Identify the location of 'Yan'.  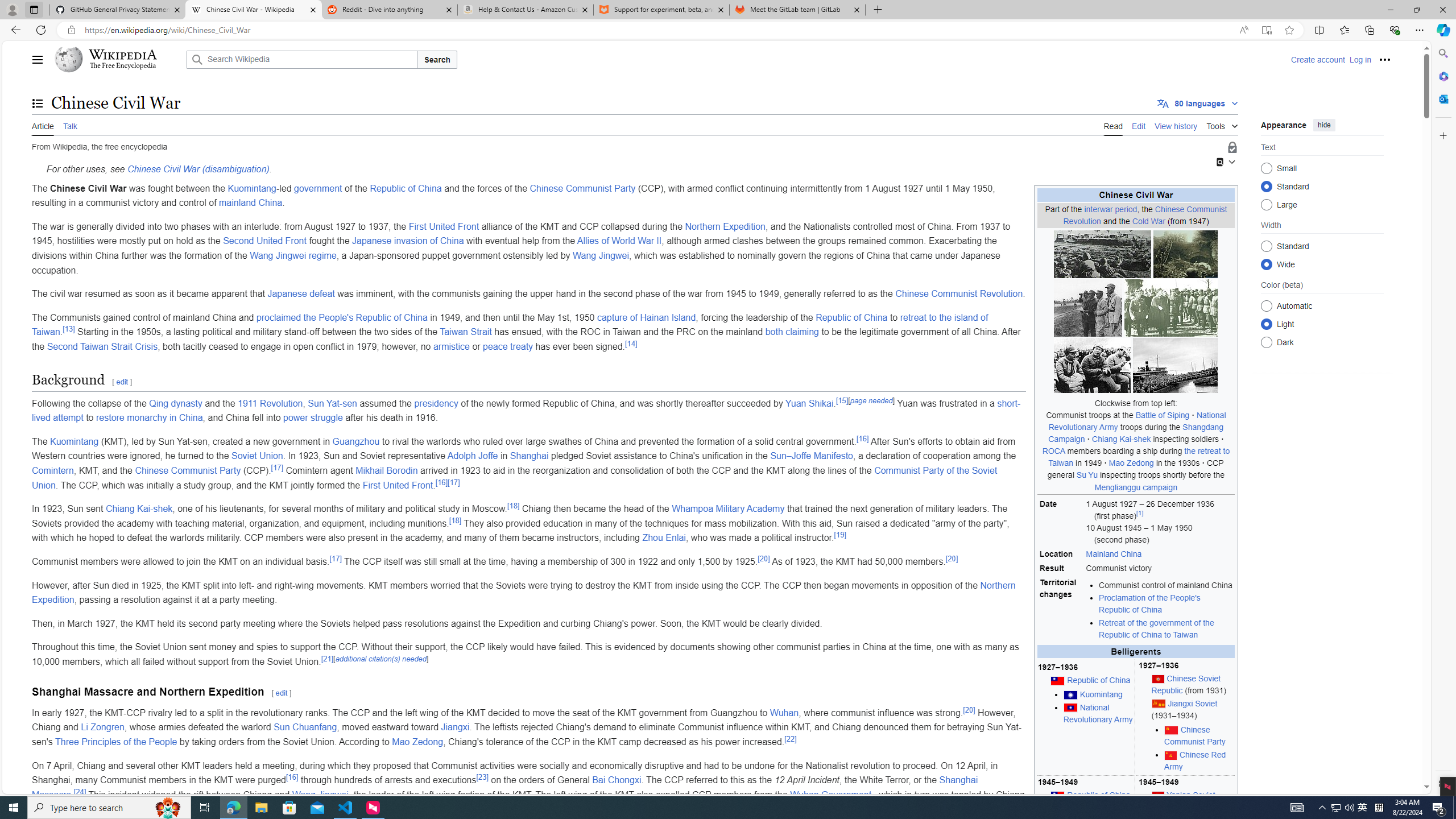
(1191, 795).